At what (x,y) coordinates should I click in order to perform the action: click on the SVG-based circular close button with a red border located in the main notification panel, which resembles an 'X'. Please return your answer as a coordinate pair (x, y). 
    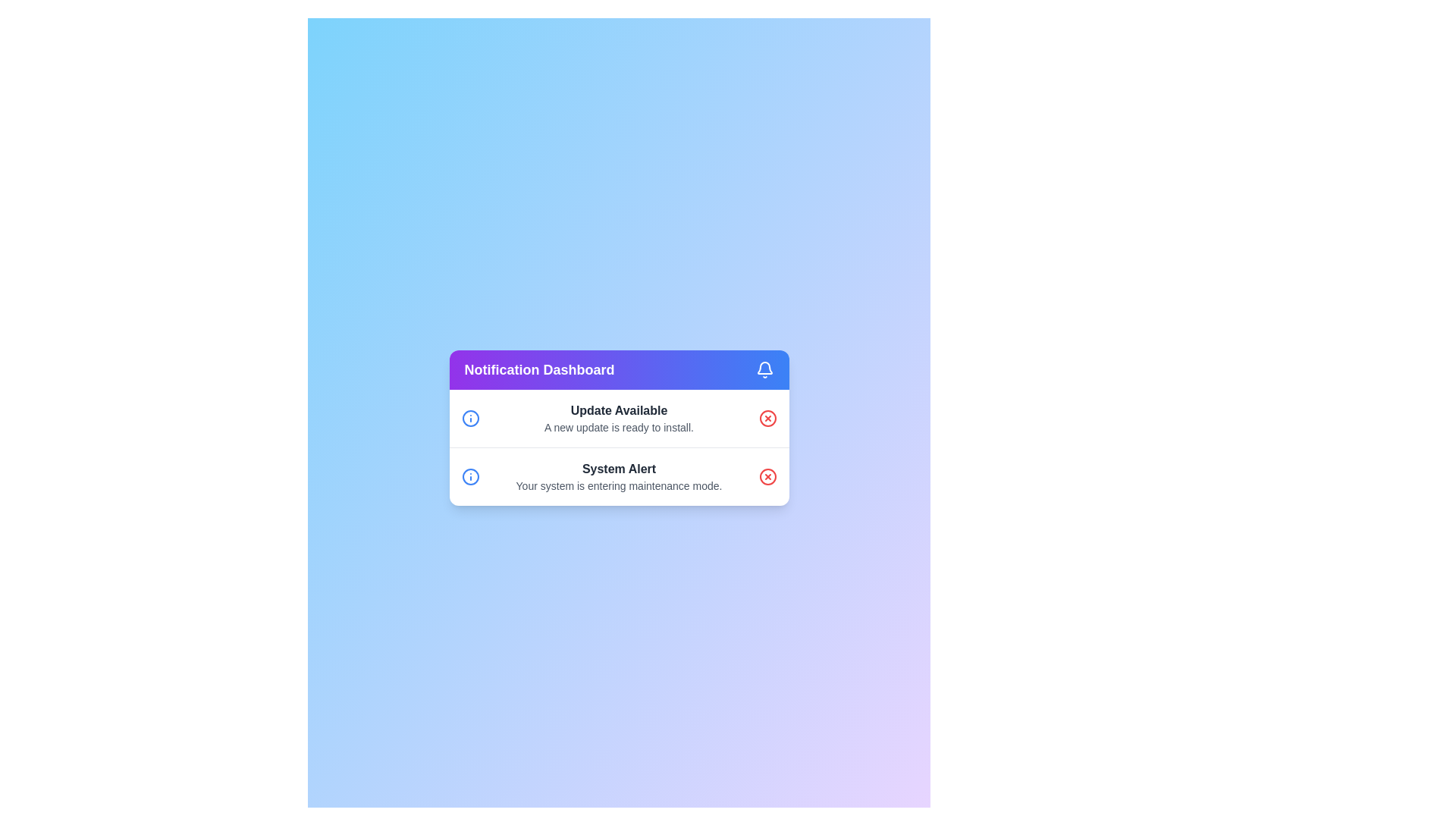
    Looking at the image, I should click on (767, 418).